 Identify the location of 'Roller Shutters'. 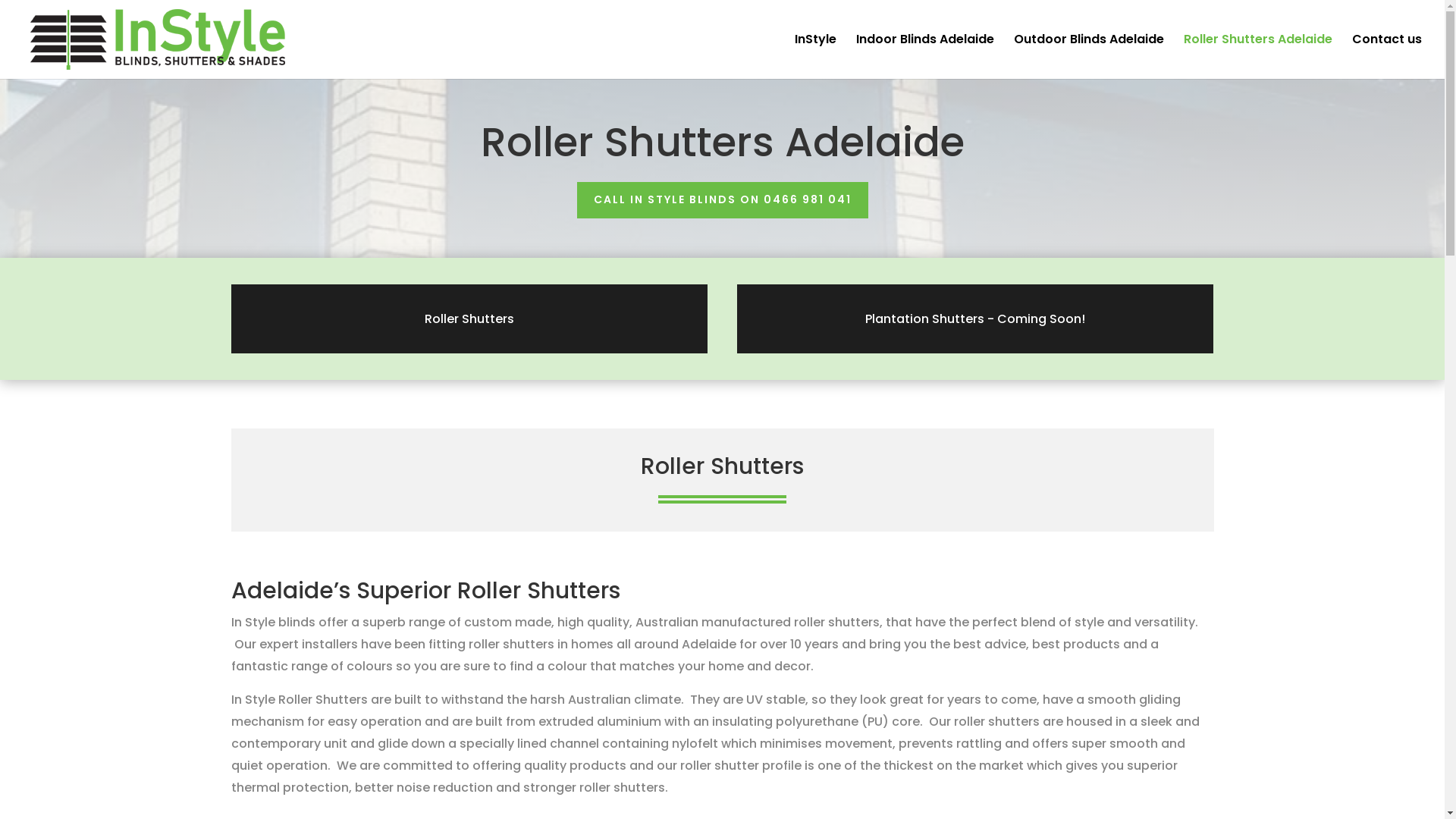
(469, 318).